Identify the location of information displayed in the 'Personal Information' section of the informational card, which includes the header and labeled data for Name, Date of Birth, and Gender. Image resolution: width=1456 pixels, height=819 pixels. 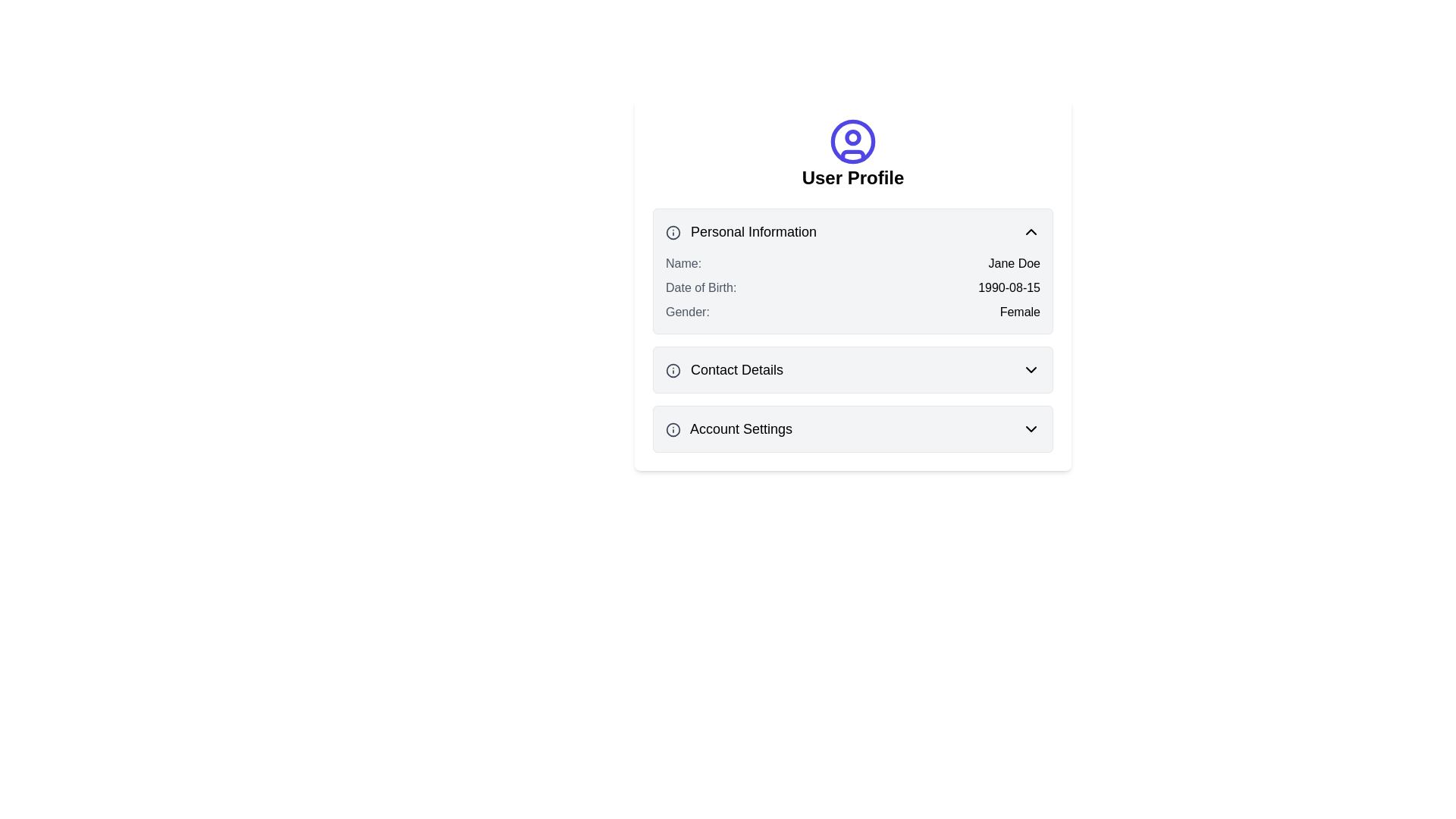
(852, 271).